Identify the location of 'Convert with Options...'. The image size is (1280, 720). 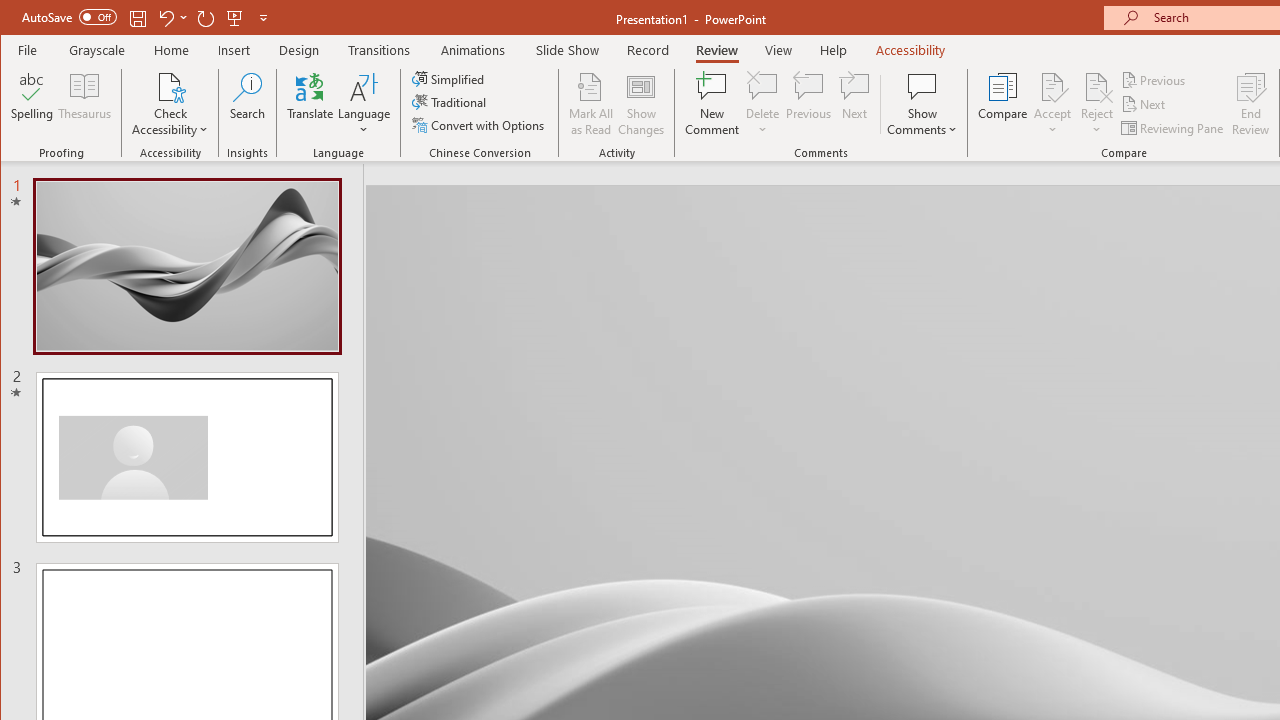
(480, 125).